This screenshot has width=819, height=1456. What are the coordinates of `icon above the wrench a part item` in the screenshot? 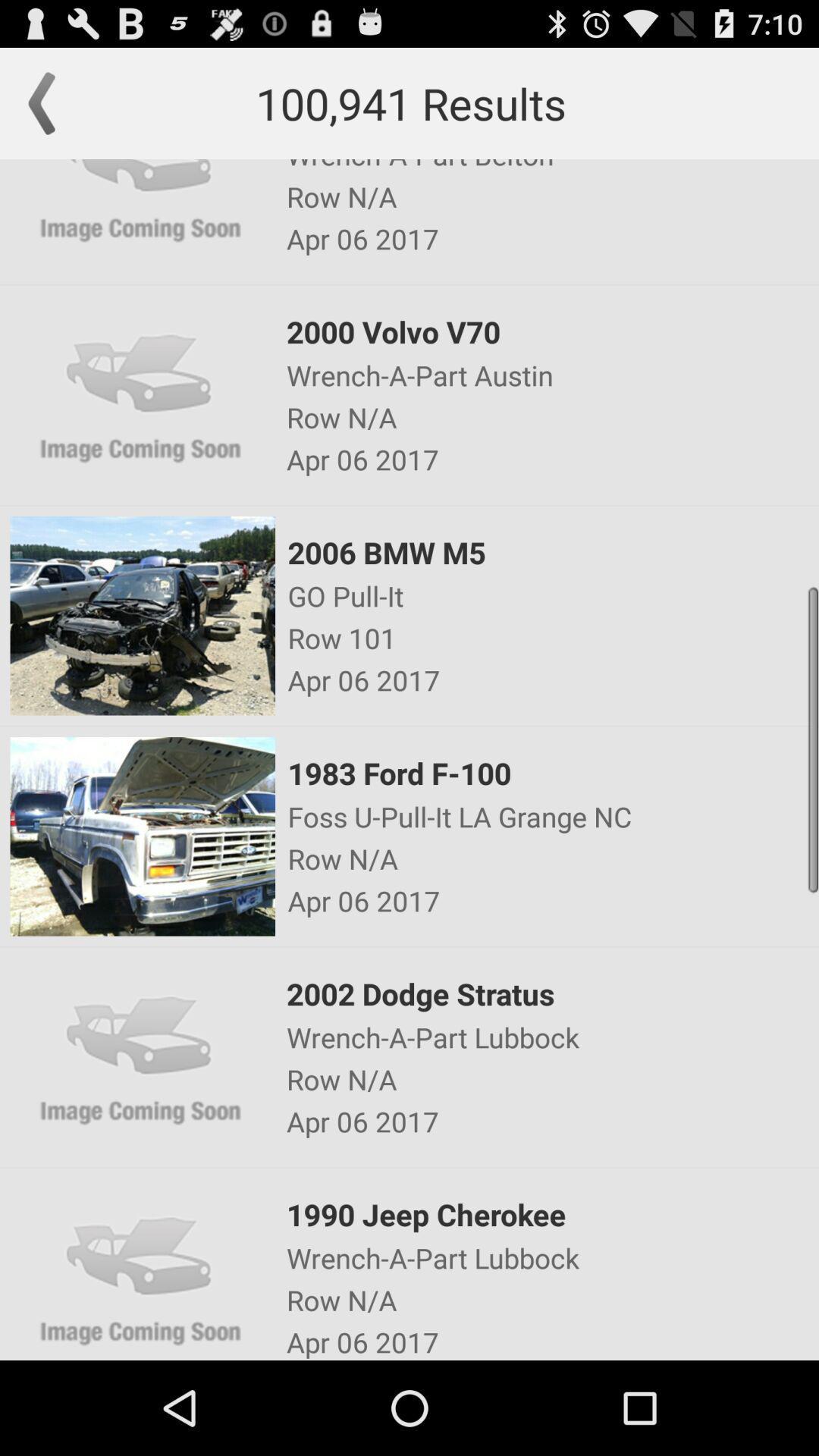 It's located at (551, 1214).